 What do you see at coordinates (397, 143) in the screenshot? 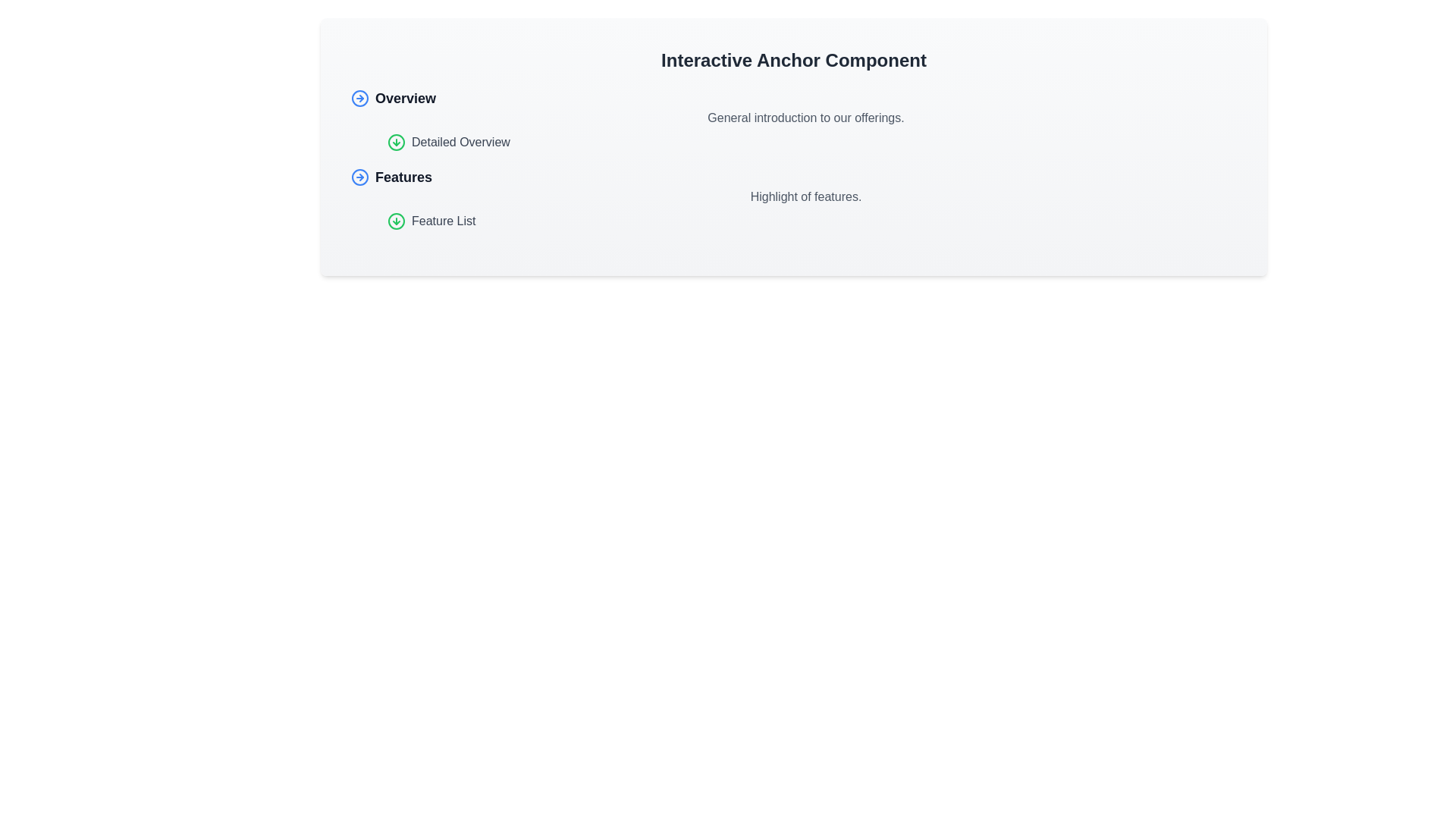
I see `the circular SVG element with a green outline that is centered within the downward arrow icon adjacent to the 'Detailed Overview' text` at bounding box center [397, 143].